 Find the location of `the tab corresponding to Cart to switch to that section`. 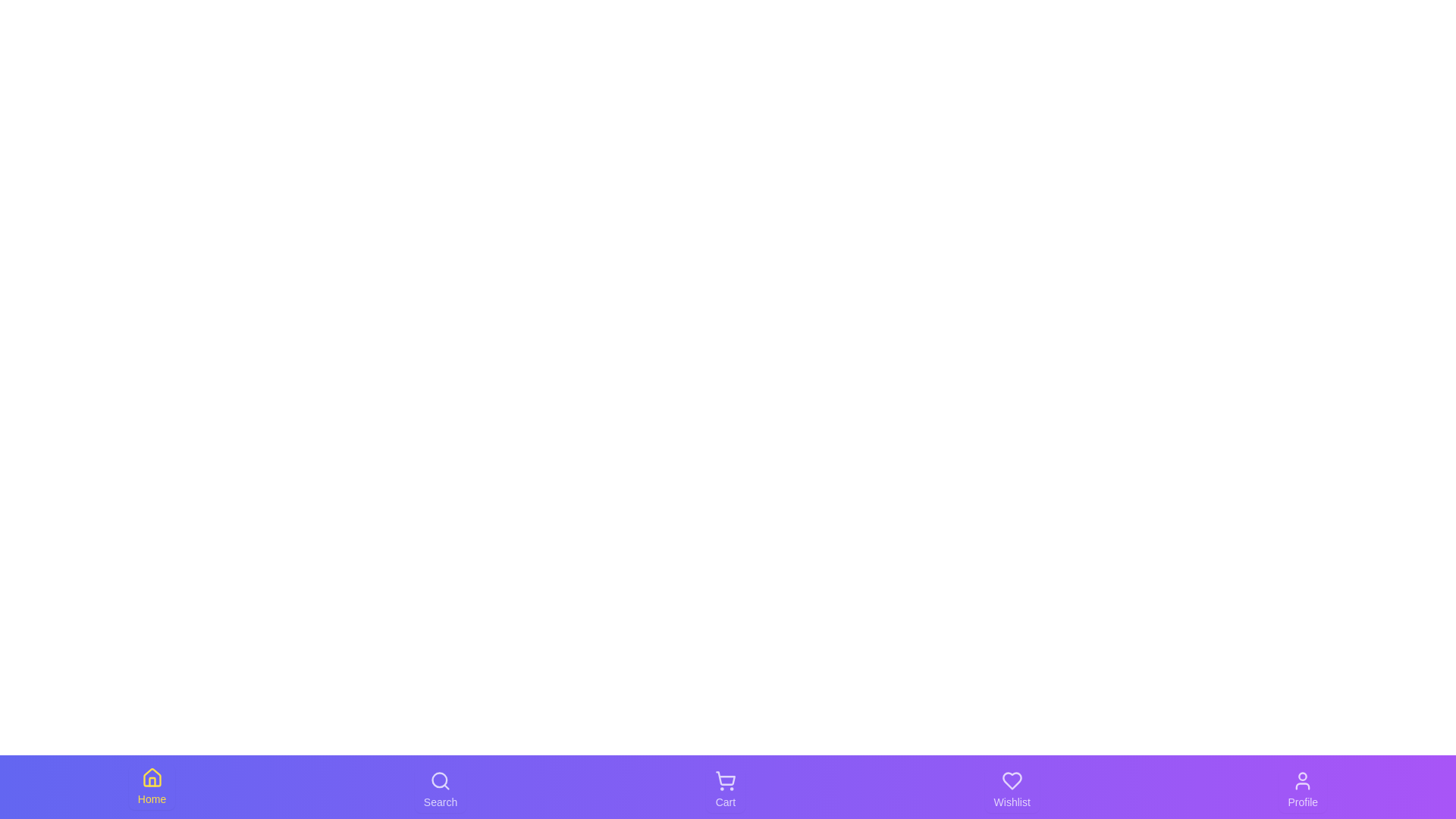

the tab corresponding to Cart to switch to that section is located at coordinates (724, 789).